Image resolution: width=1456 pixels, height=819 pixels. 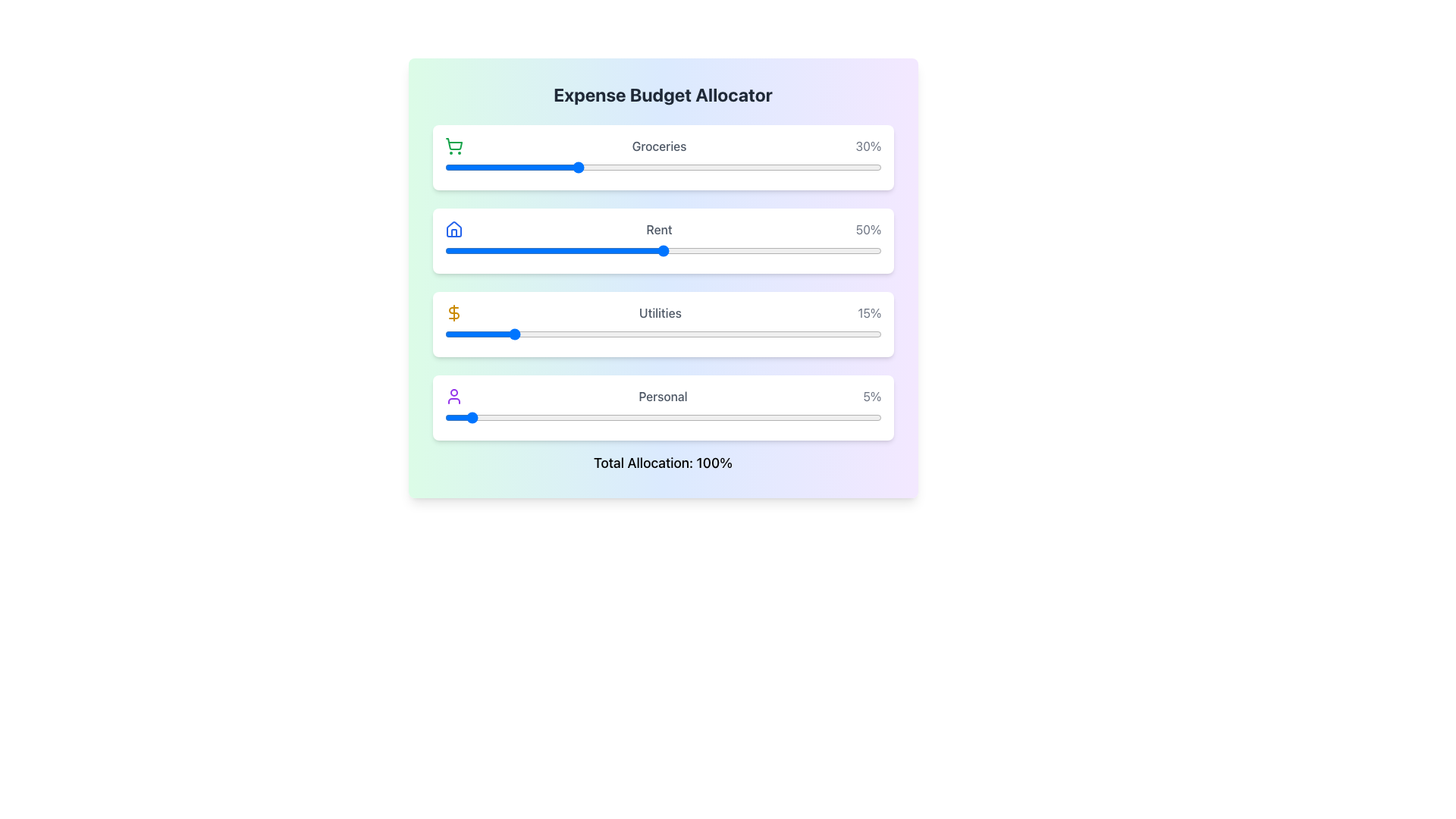 What do you see at coordinates (453, 312) in the screenshot?
I see `the 'Utilities' budget entry icon, which represents the monetary category for utilities, located to the left of the text 'Utilities' in the budget list` at bounding box center [453, 312].